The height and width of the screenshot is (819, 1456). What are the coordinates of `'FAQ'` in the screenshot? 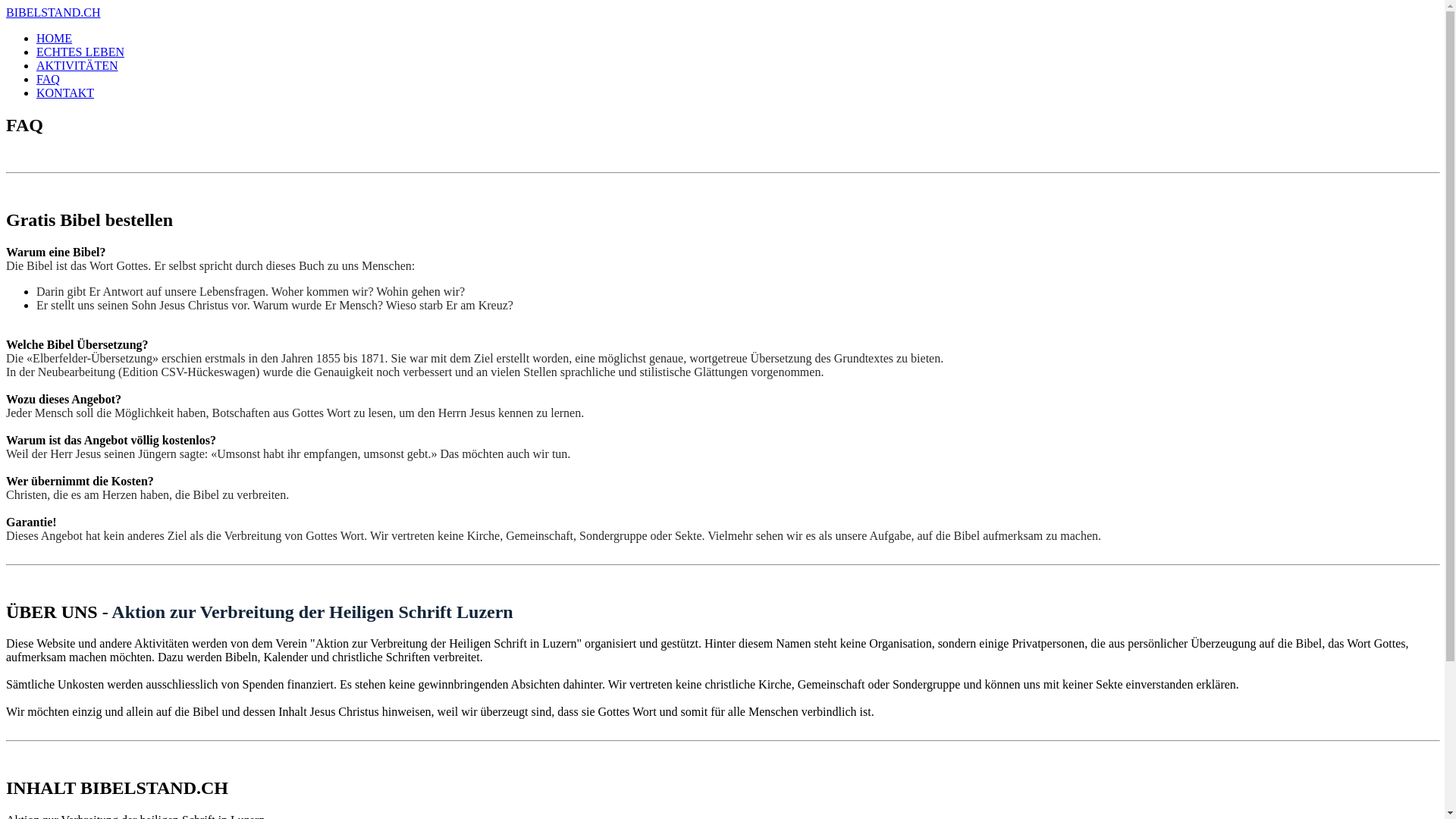 It's located at (48, 79).